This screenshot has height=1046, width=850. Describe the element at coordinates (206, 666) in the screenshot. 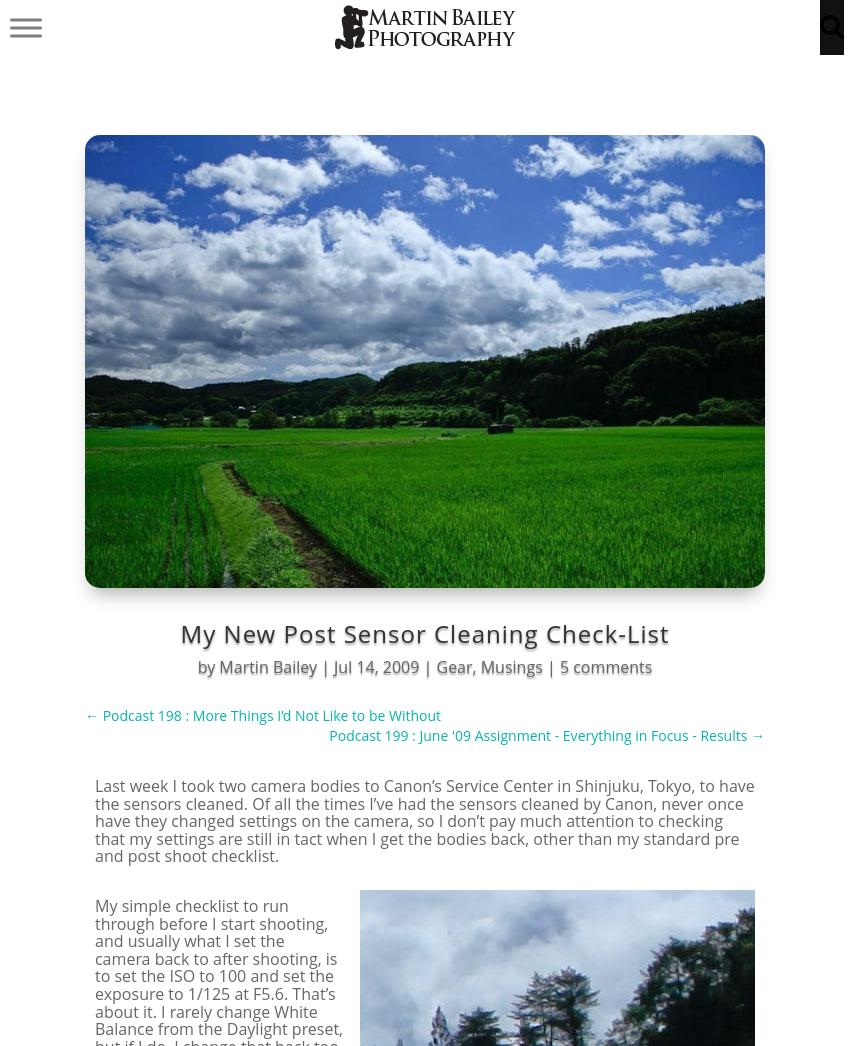

I see `'by'` at that location.